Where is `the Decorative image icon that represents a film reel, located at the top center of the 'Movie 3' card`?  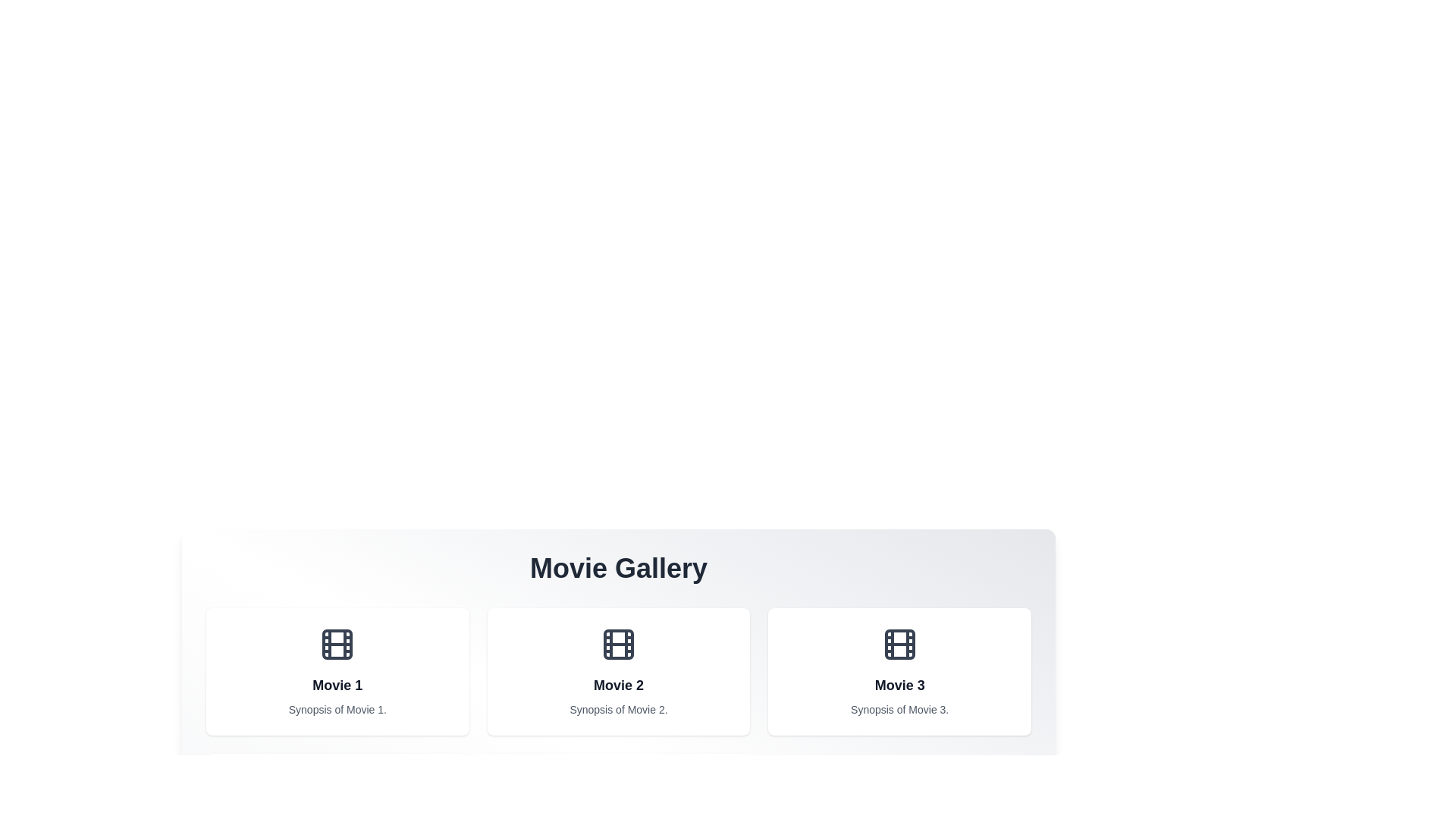 the Decorative image icon that represents a film reel, located at the top center of the 'Movie 3' card is located at coordinates (899, 644).